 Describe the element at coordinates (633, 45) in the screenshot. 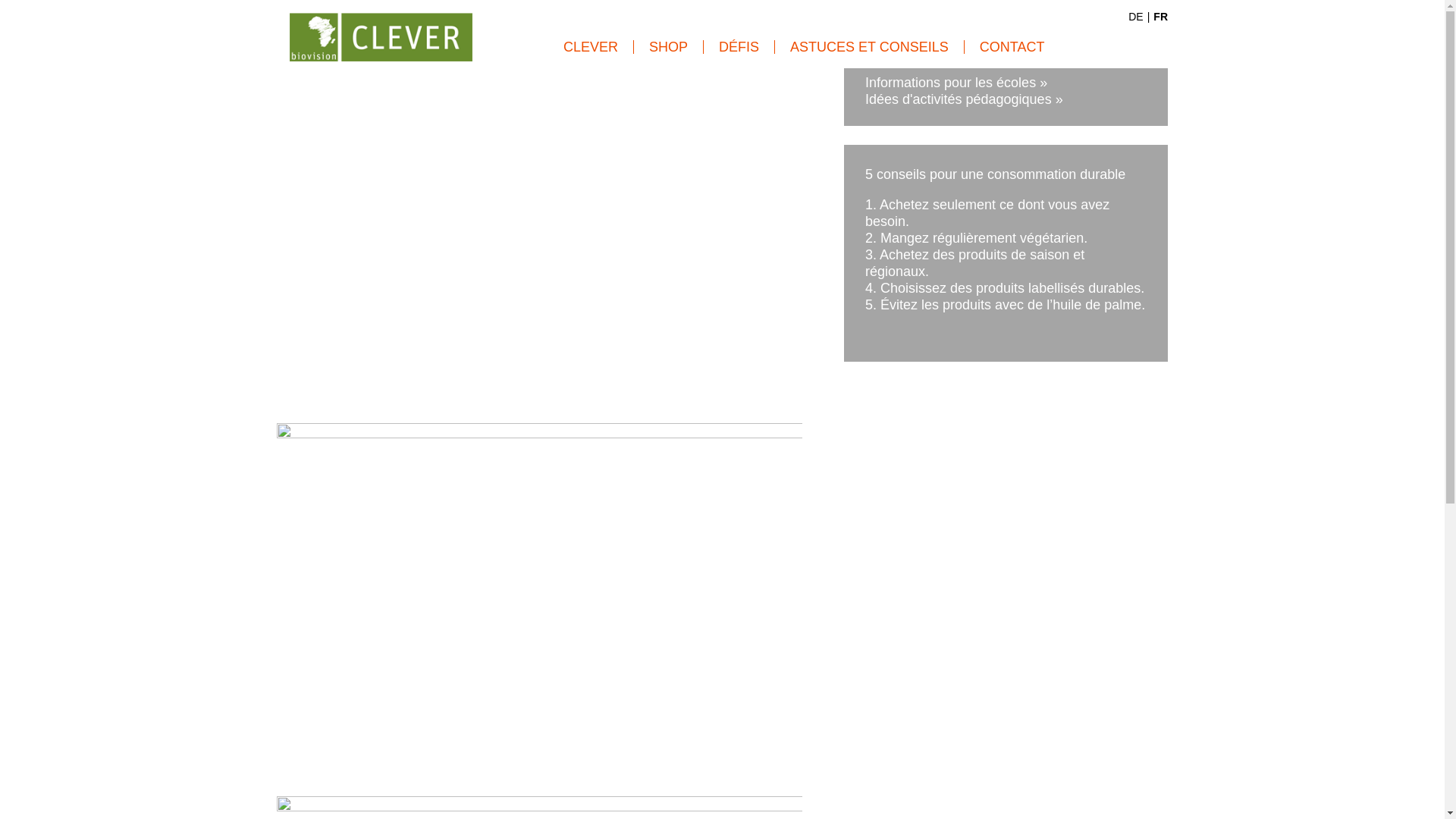

I see `'SHOP'` at that location.